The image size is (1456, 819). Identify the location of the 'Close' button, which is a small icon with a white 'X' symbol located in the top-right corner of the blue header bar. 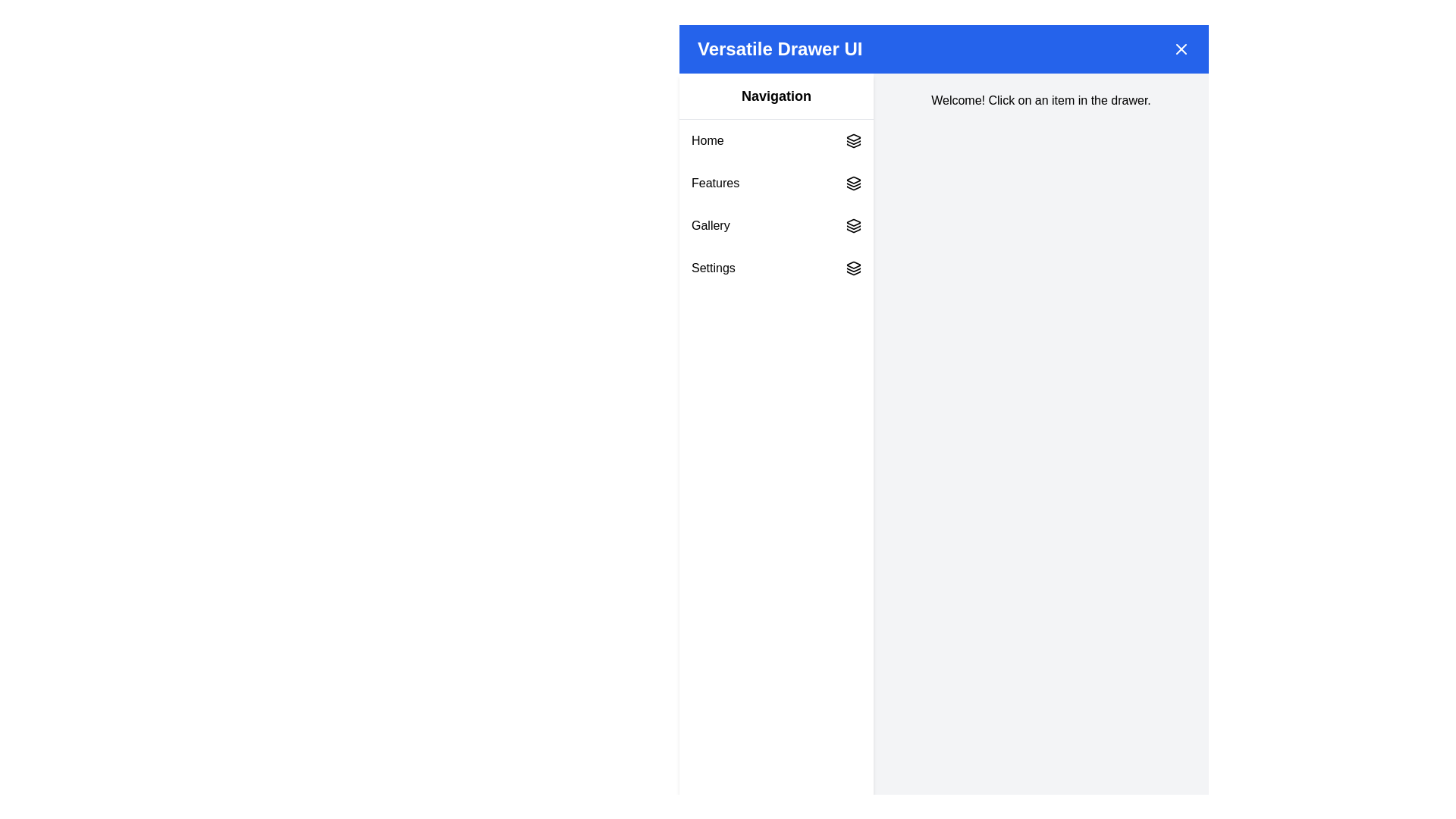
(1181, 49).